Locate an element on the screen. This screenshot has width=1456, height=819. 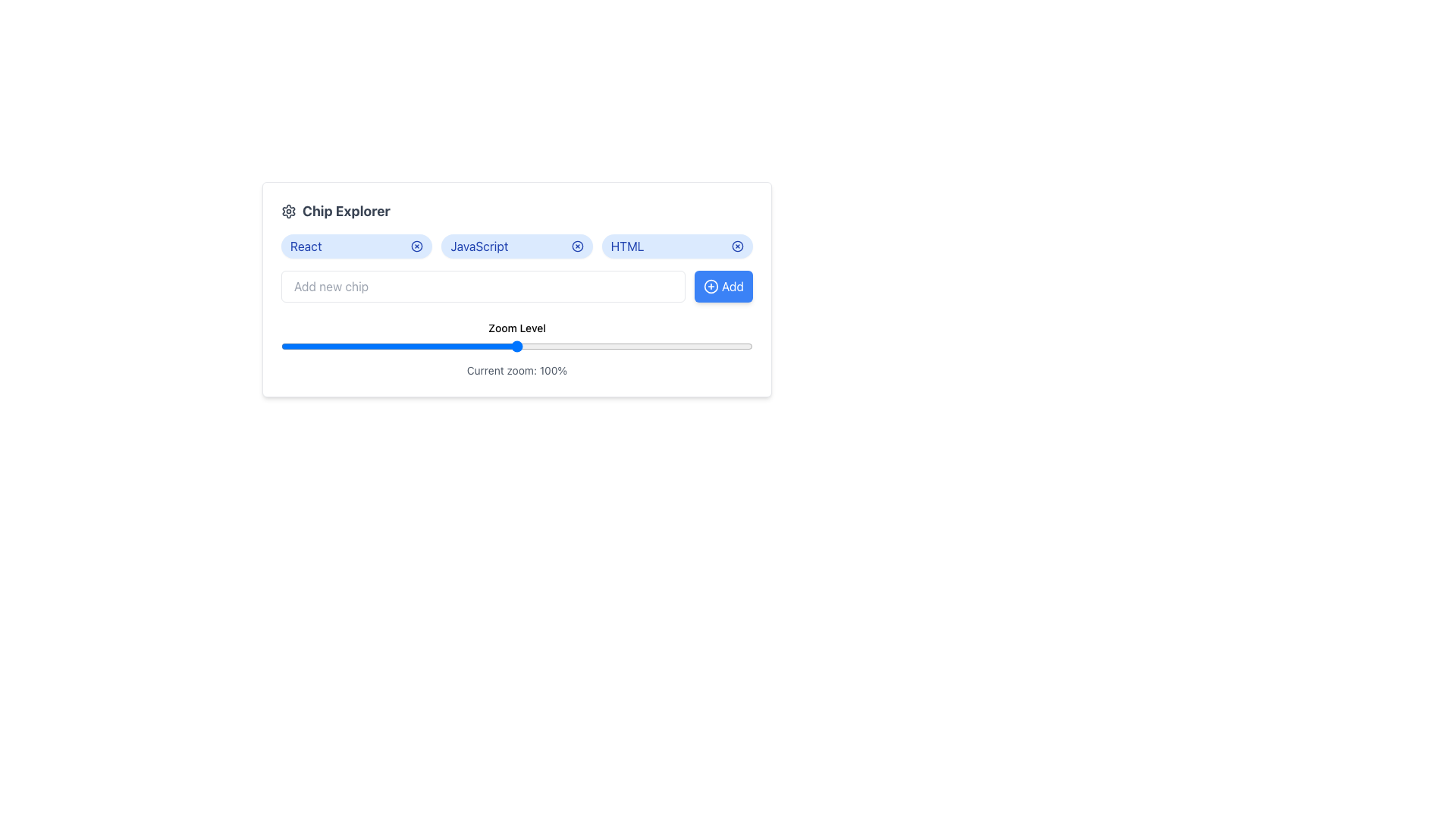
zoom level is located at coordinates (587, 346).